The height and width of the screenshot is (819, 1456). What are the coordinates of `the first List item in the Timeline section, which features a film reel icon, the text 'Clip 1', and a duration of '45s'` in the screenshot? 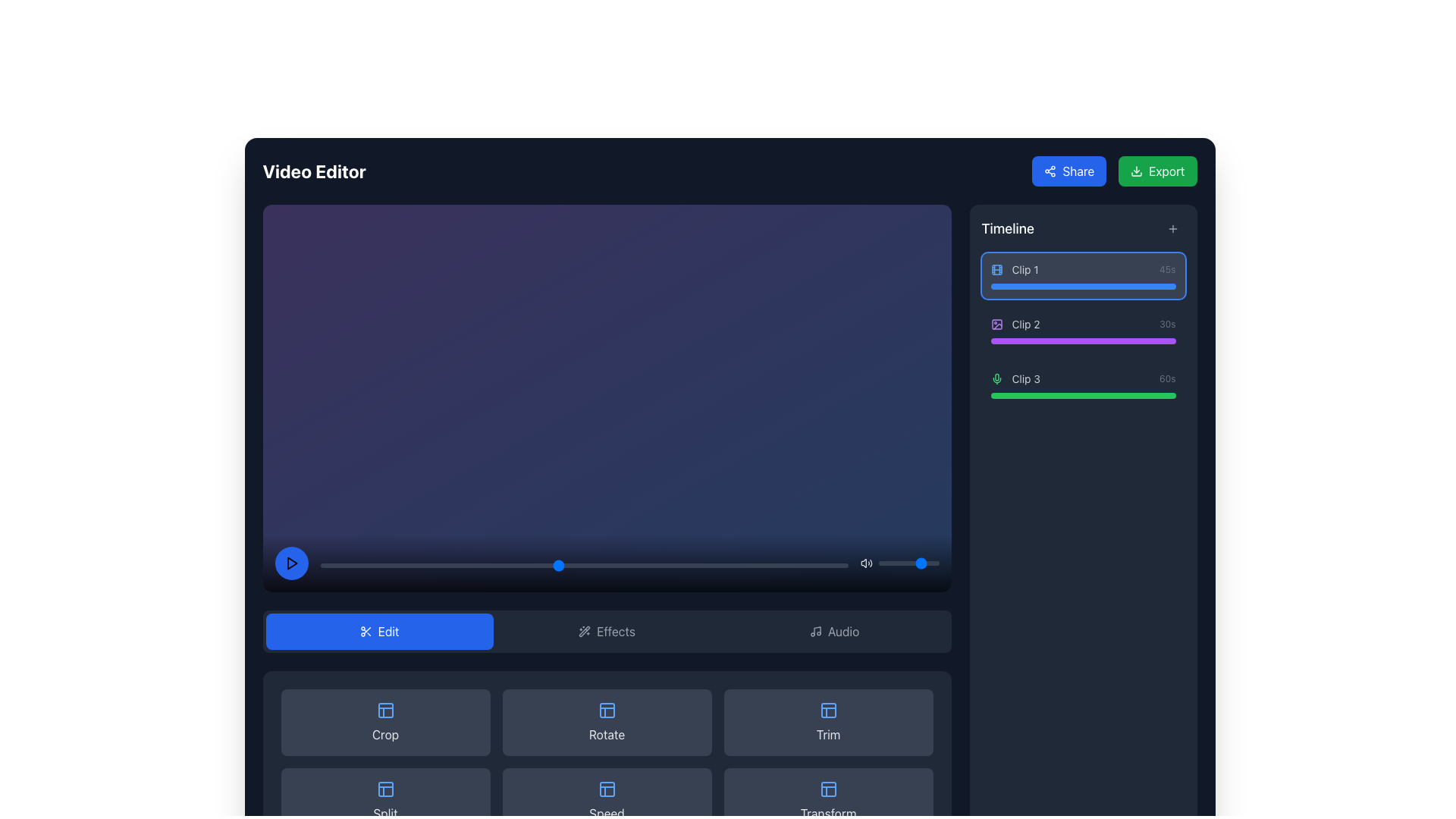 It's located at (1082, 275).